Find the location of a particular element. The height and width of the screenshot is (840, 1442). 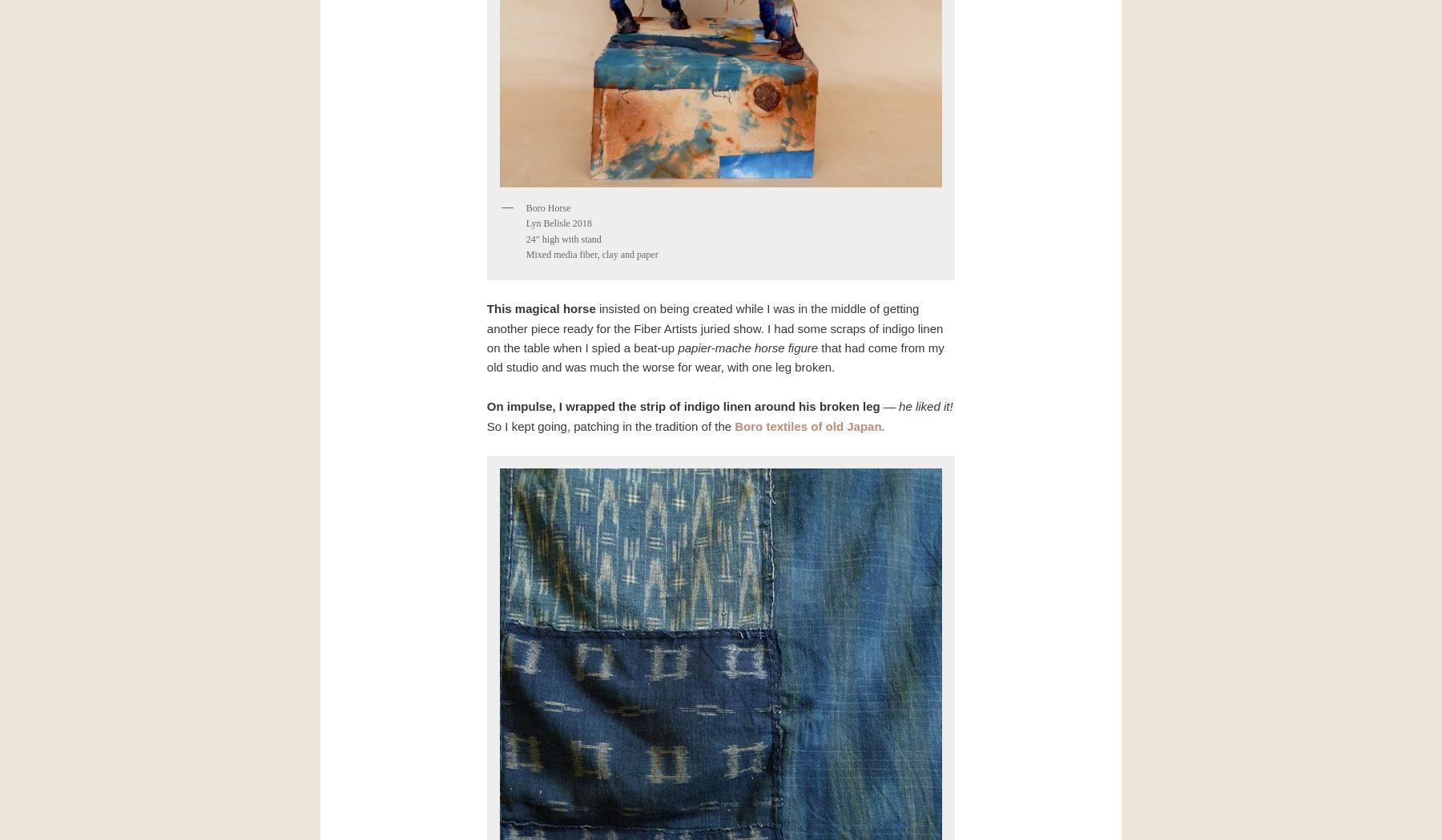

'24″ high with stand' is located at coordinates (562, 239).